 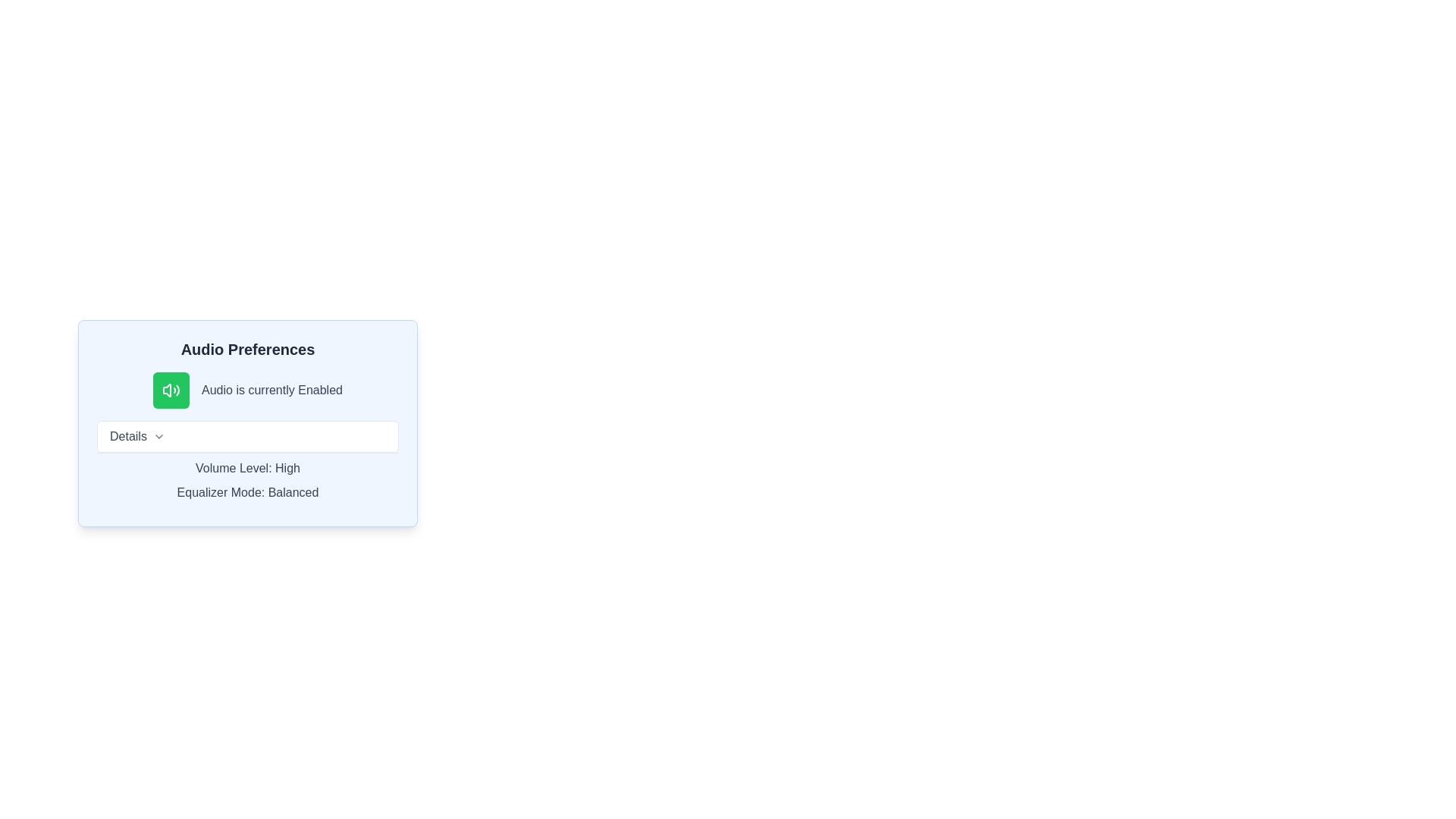 I want to click on the speaker icon representing audio functionality located at the top left corner of the 'Audio Preferences' panel, adjacent to 'Audio is currently Enabled', so click(x=167, y=390).